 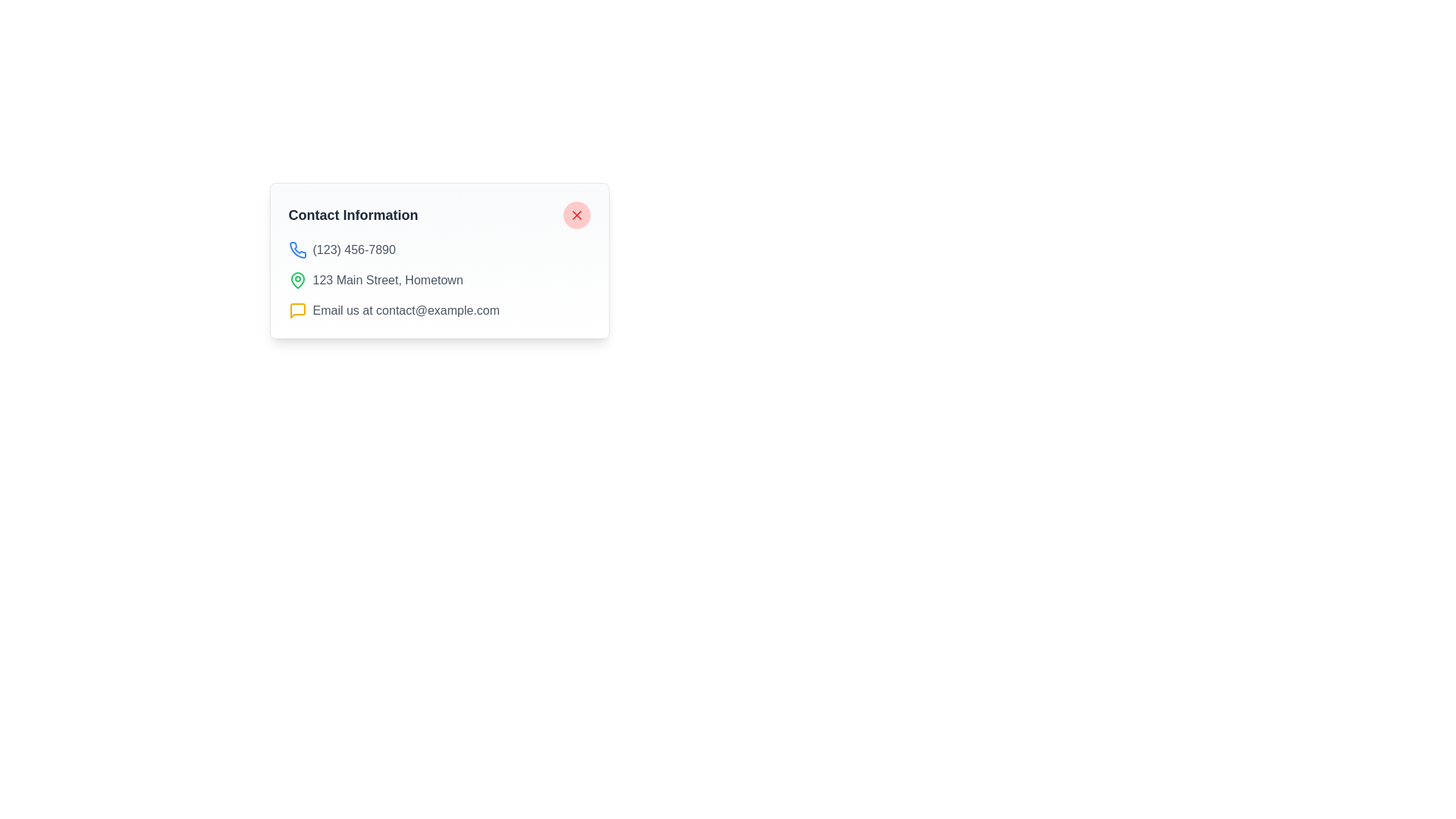 What do you see at coordinates (297, 249) in the screenshot?
I see `the blue phone icon located at the top left corner of the 'Contact Information' card, positioned left of the phone number '(123) 456-7890'` at bounding box center [297, 249].